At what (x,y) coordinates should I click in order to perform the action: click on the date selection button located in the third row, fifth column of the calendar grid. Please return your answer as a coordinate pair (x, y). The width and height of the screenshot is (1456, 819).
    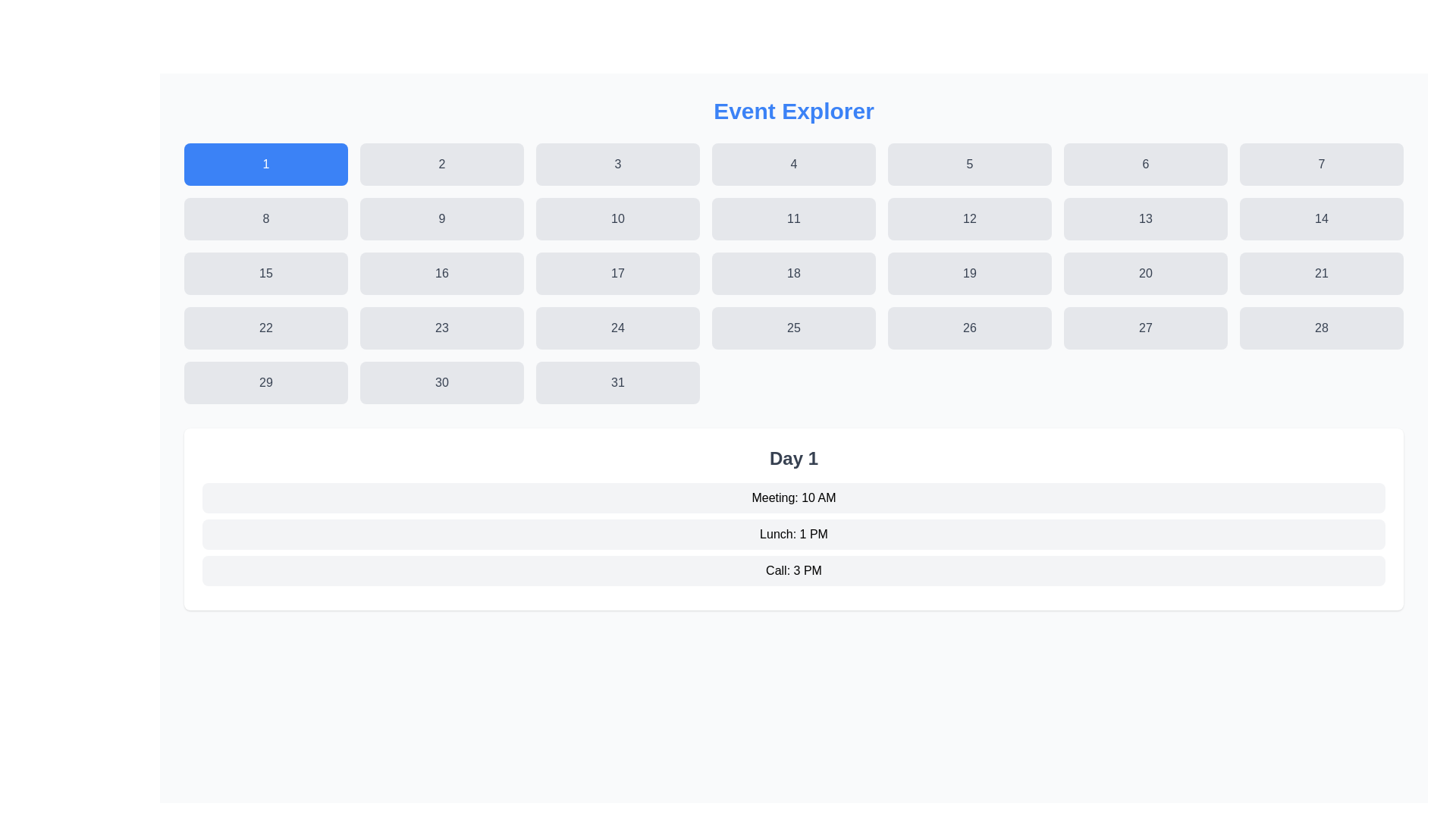
    Looking at the image, I should click on (968, 274).